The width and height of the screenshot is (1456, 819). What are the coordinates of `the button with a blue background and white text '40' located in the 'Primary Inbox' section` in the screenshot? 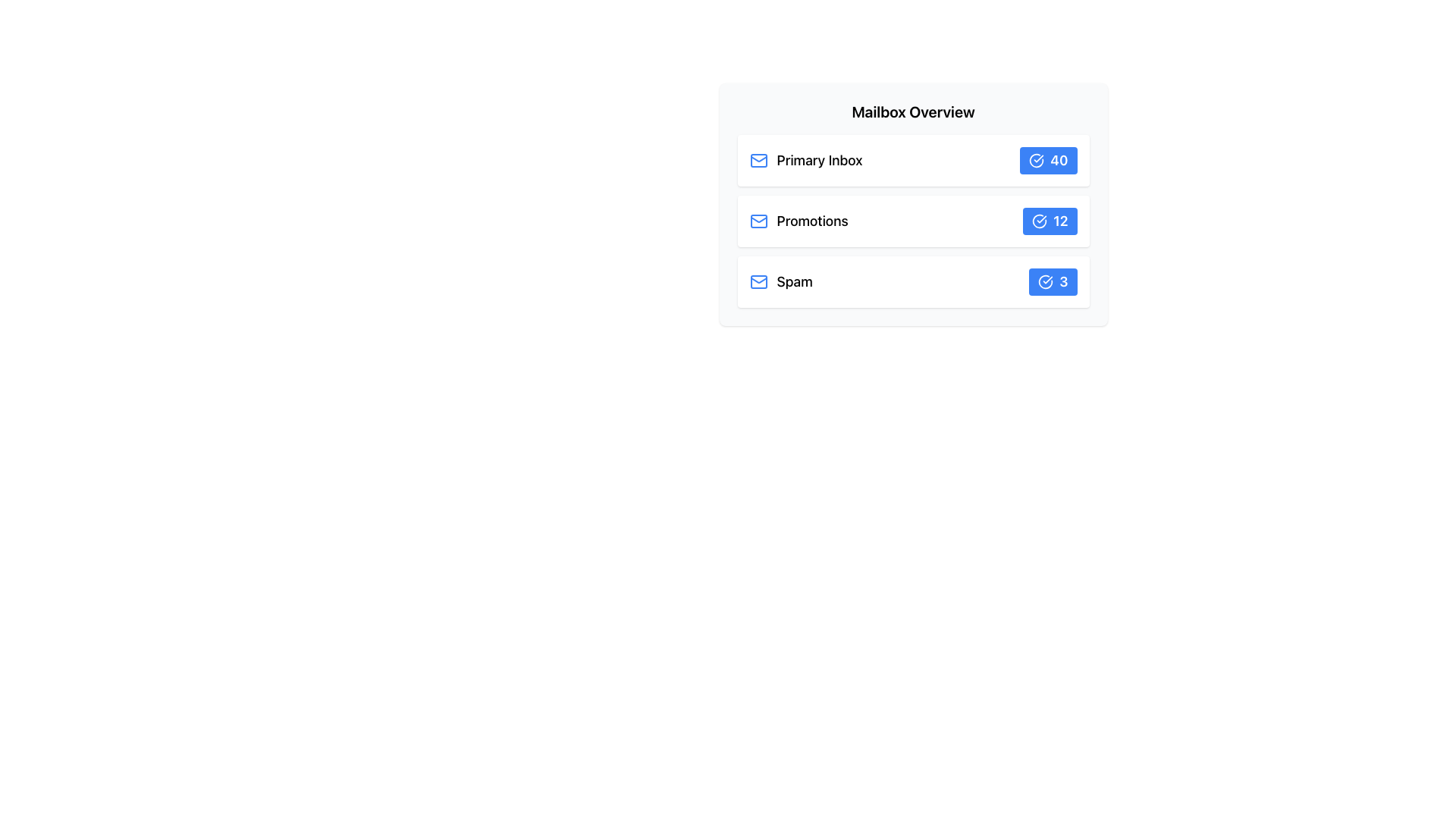 It's located at (1047, 161).